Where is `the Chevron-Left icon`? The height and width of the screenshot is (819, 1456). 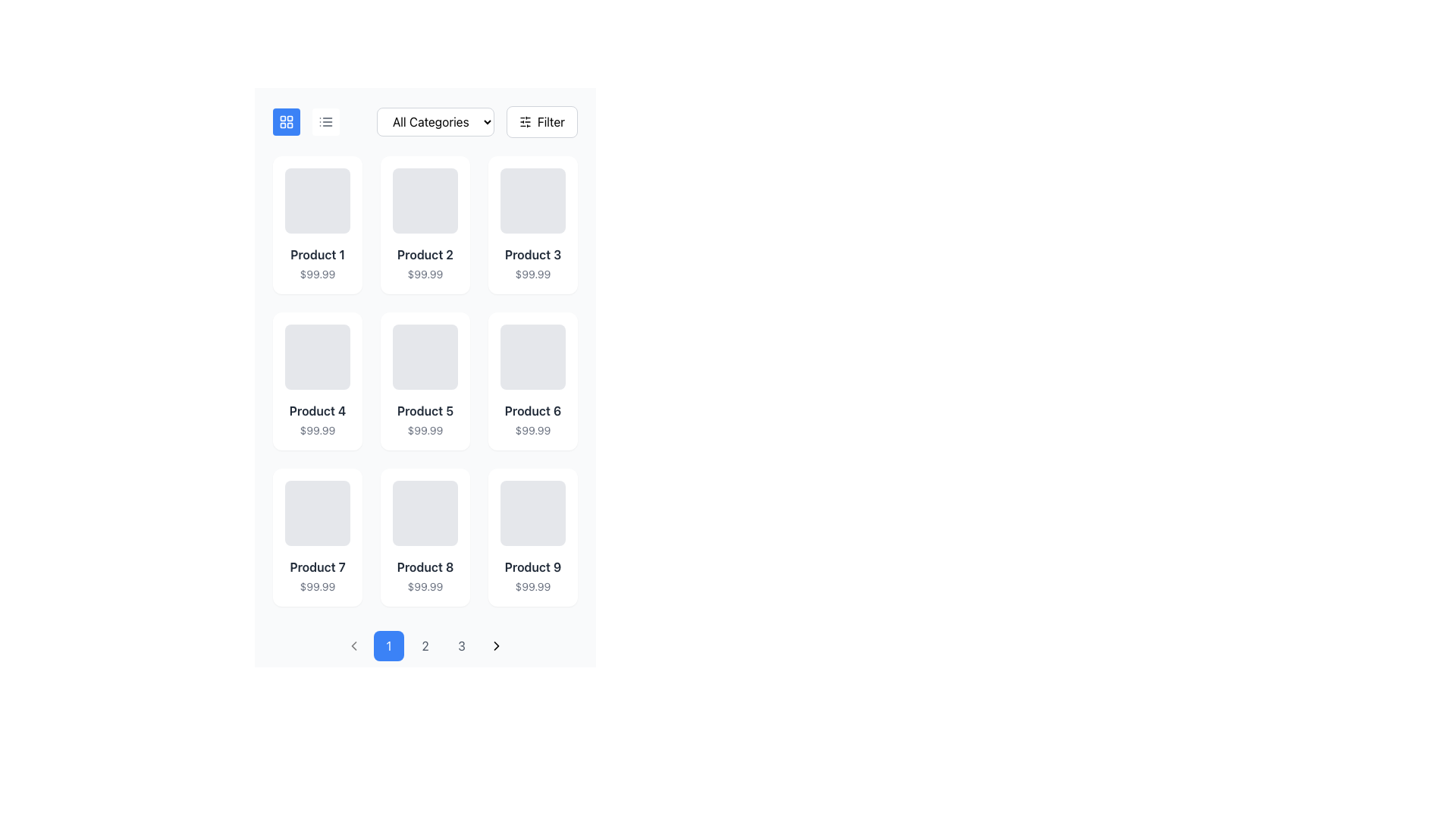 the Chevron-Left icon is located at coordinates (353, 646).